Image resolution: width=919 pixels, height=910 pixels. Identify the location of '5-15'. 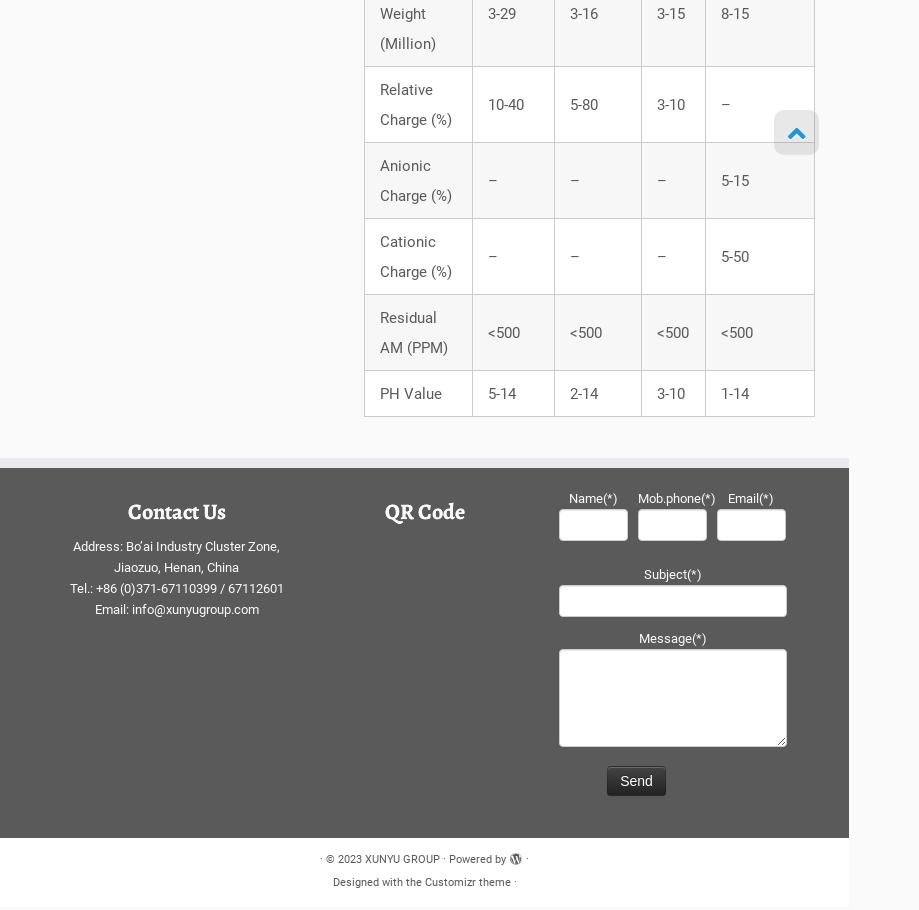
(733, 185).